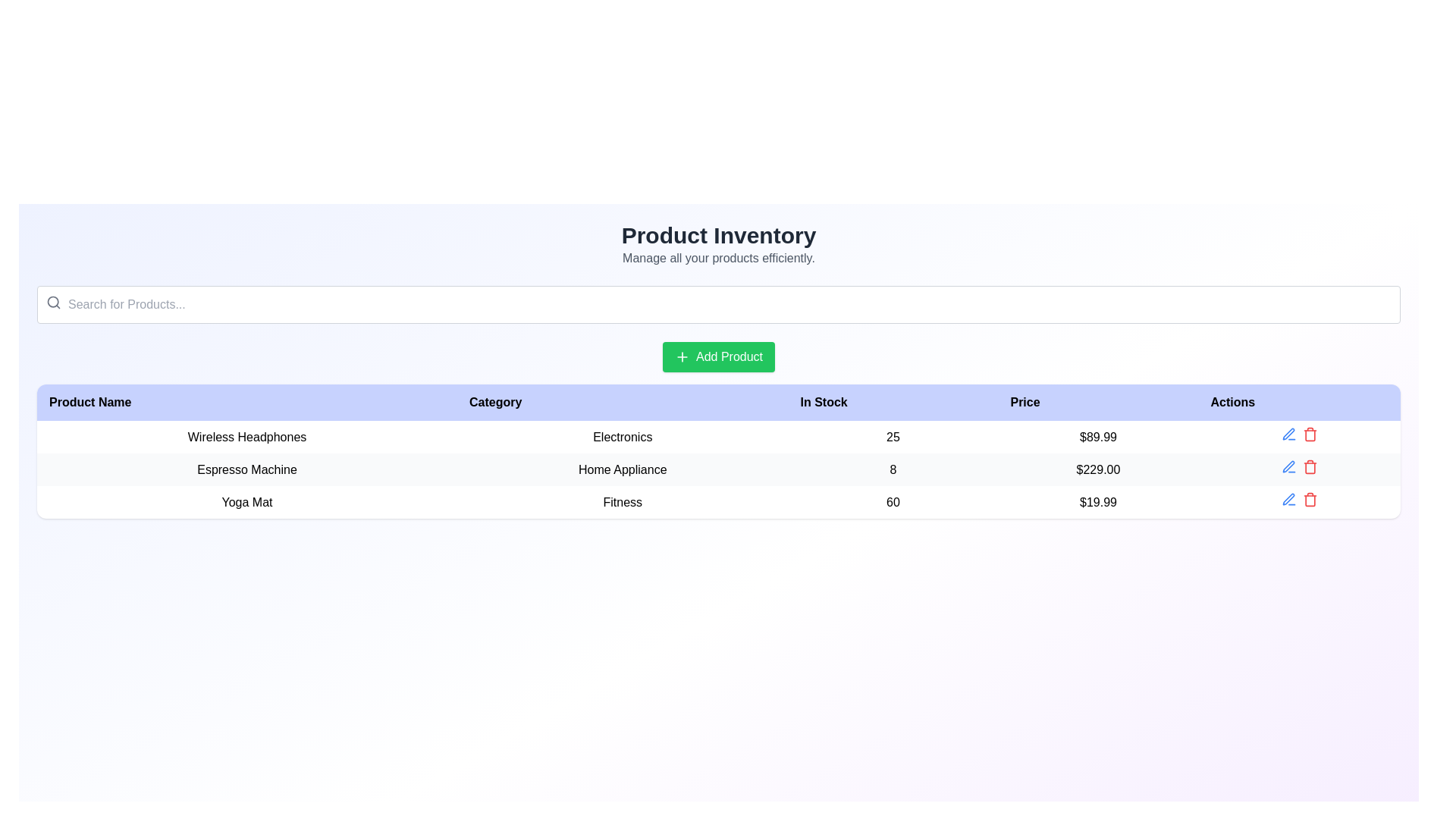 Image resolution: width=1456 pixels, height=819 pixels. What do you see at coordinates (1298, 469) in the screenshot?
I see `the interactive action group consisting of a blue pencil-like icon and a red trash-bin-like icon in the Actions column of the table for the item 'Espresso Machine'` at bounding box center [1298, 469].